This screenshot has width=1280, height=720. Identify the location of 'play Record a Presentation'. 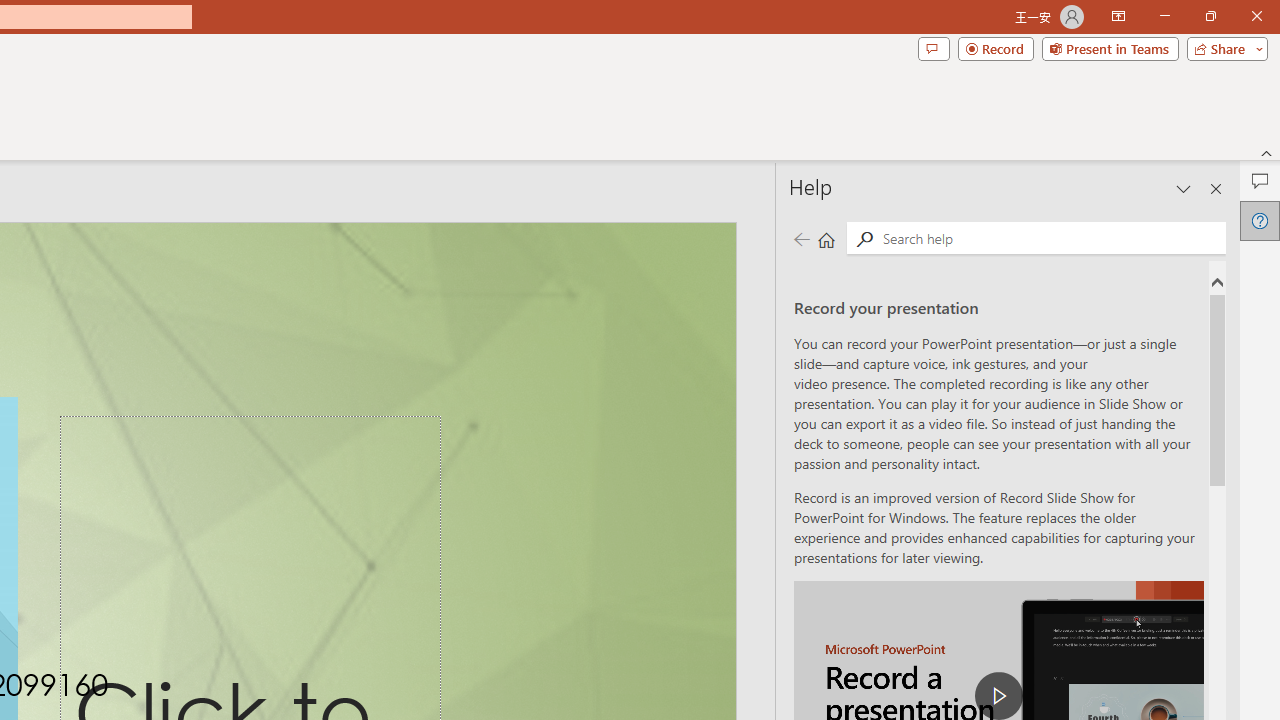
(999, 694).